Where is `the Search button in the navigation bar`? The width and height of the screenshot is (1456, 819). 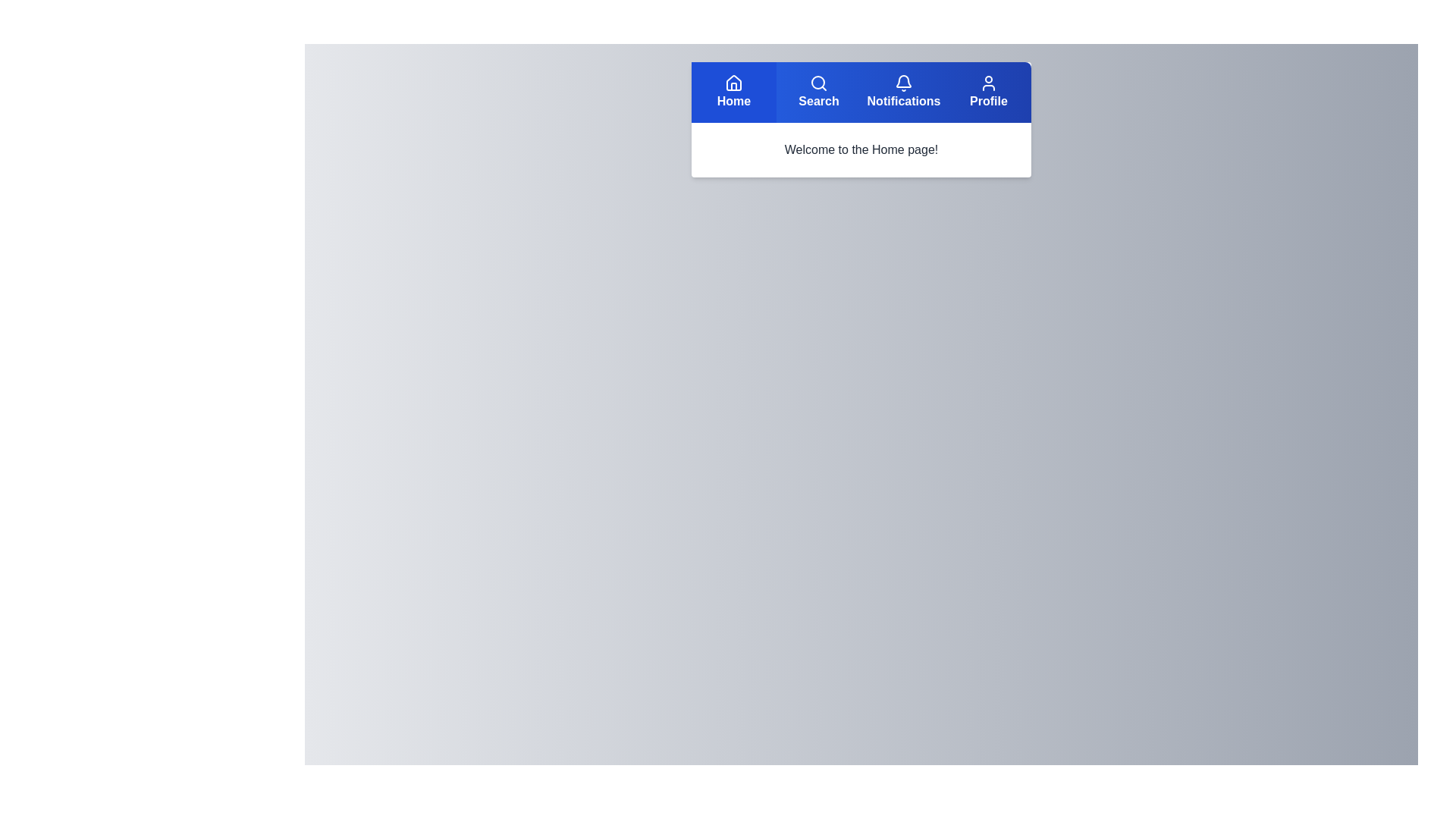
the Search button in the navigation bar is located at coordinates (818, 93).